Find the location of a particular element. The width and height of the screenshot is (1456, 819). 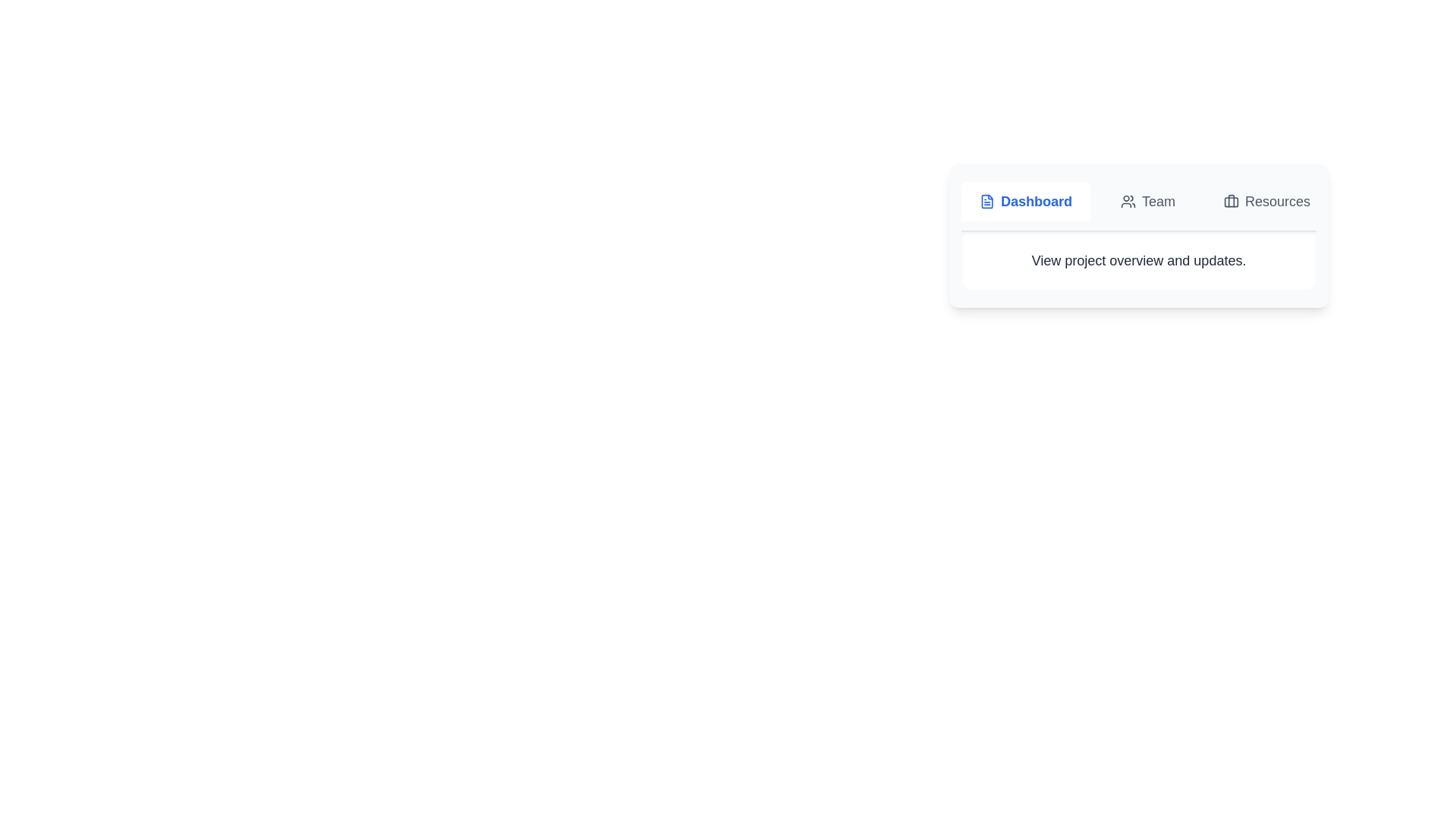

the Dashboard tab by clicking on its button is located at coordinates (1026, 201).